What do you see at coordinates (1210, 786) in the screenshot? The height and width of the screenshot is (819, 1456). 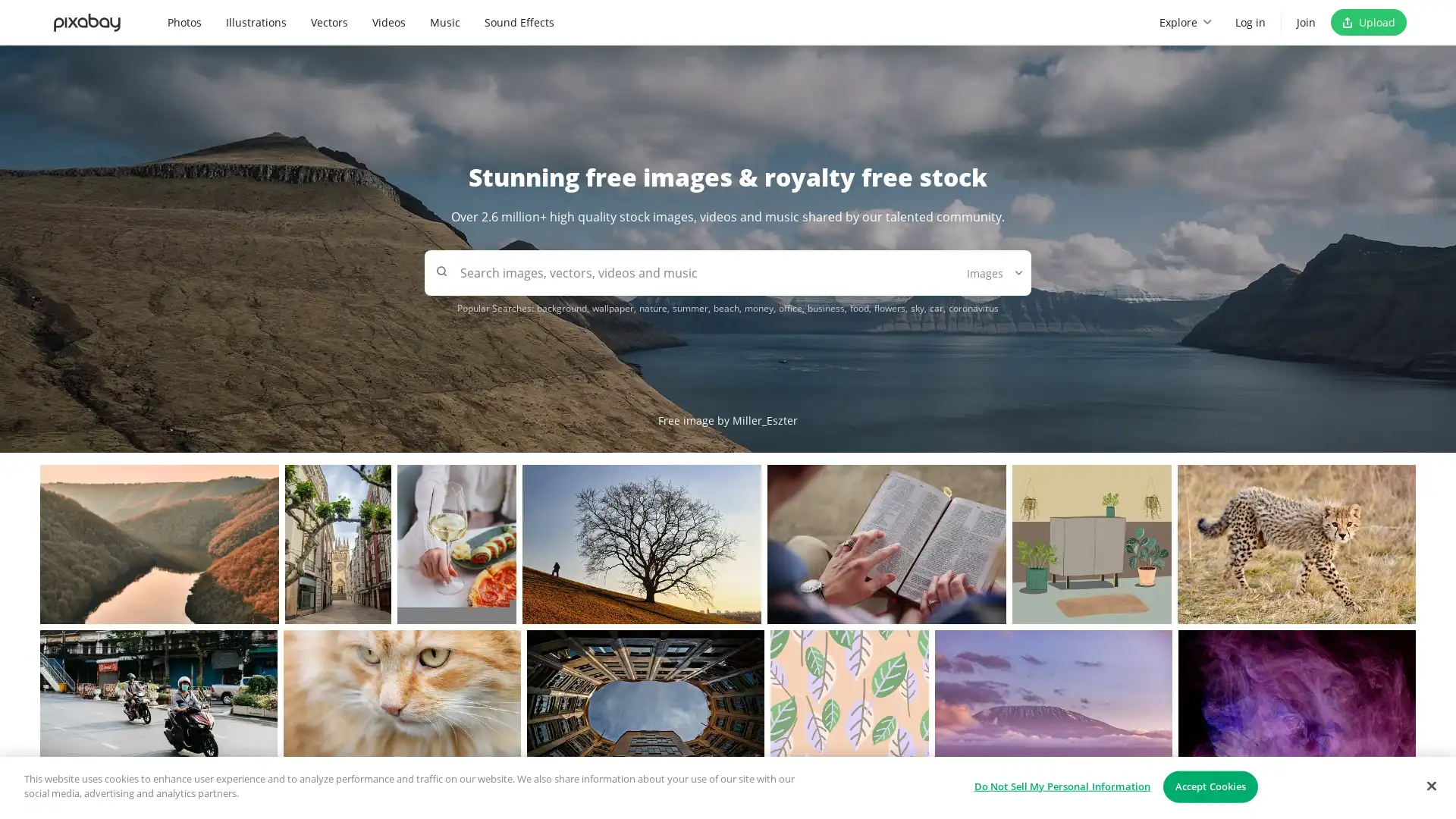 I see `Accept Cookies` at bounding box center [1210, 786].